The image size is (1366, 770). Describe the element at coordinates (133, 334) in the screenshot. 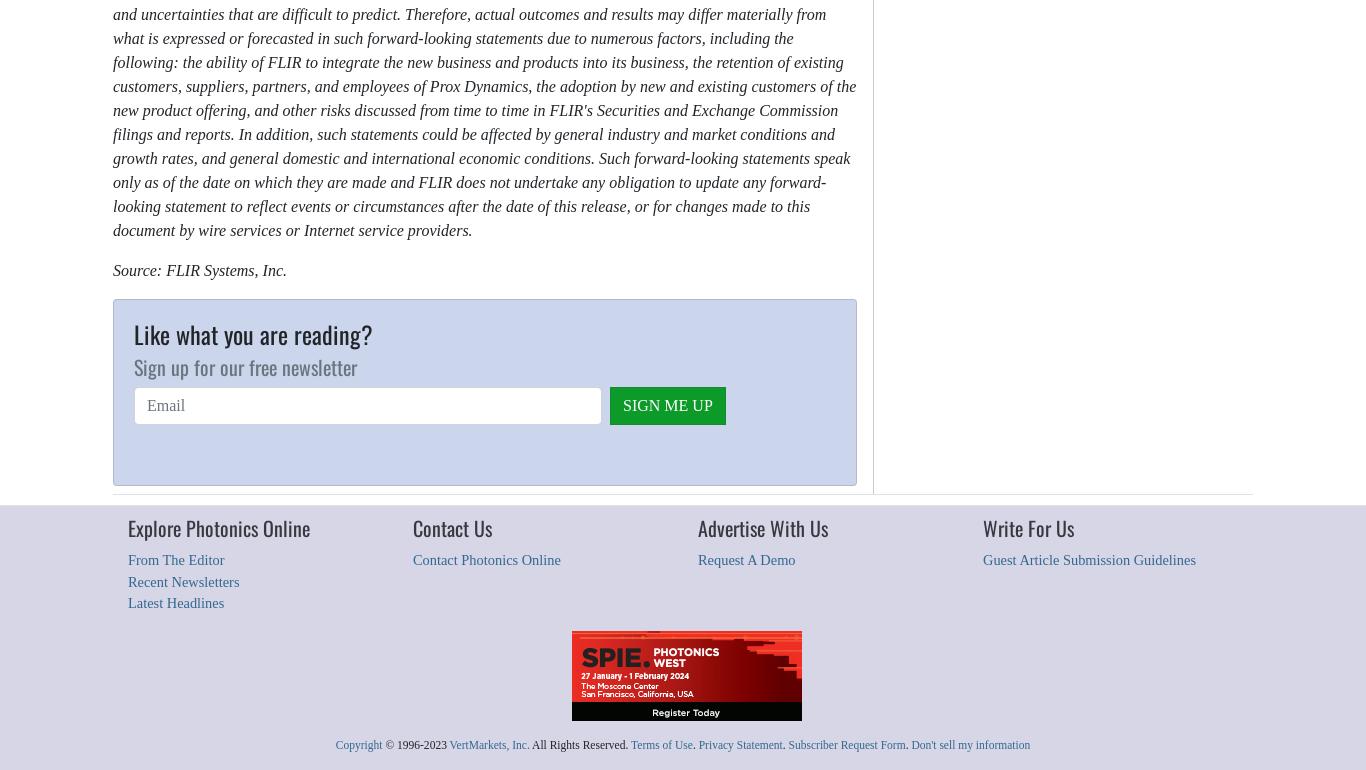

I see `'Like what you are reading?'` at that location.